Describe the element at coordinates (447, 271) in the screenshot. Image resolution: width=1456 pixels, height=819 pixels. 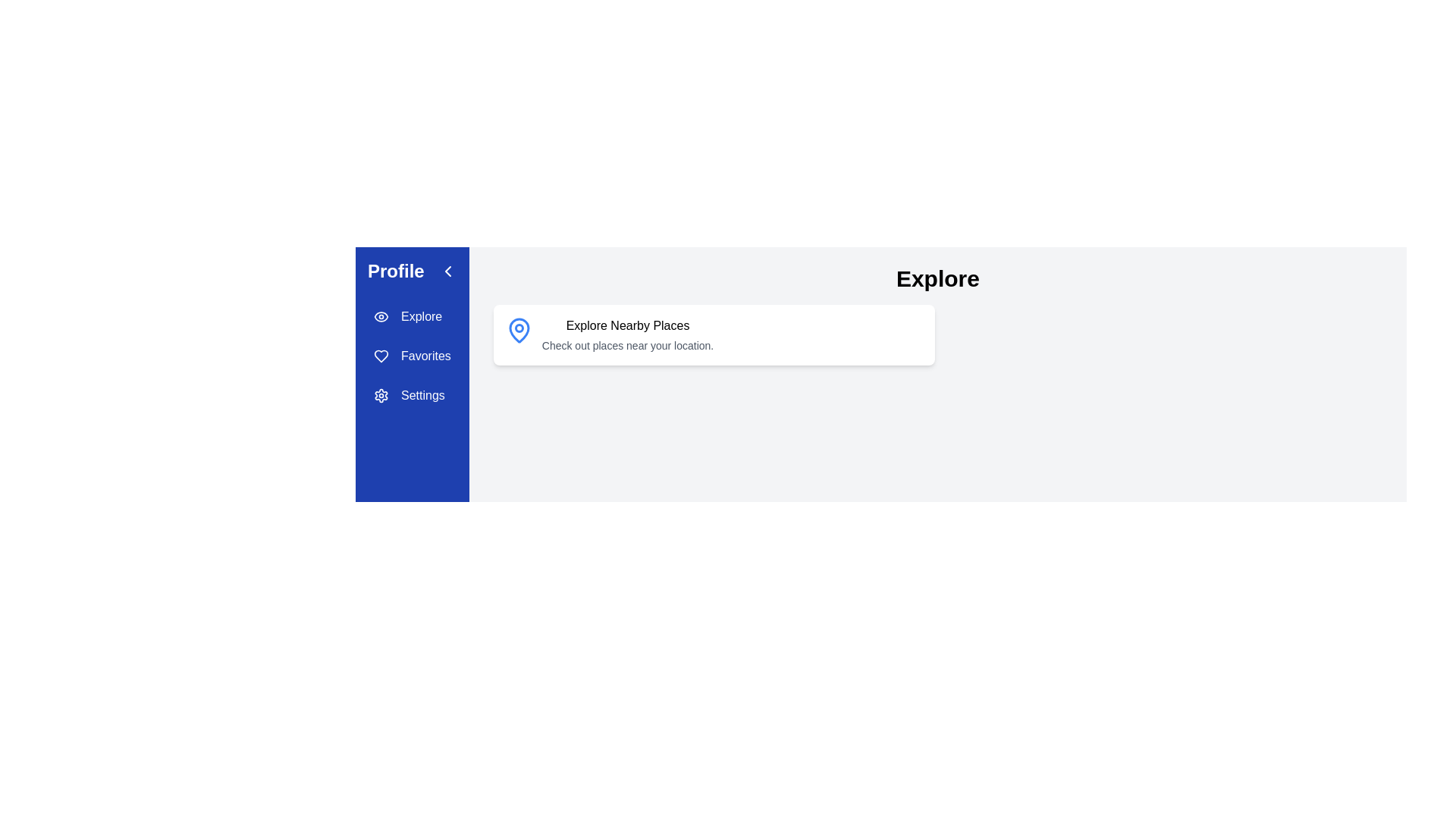
I see `the chevron-shaped icon pointing left, which is located in the sidebar menu adjacent to the 'Profile' heading` at that location.